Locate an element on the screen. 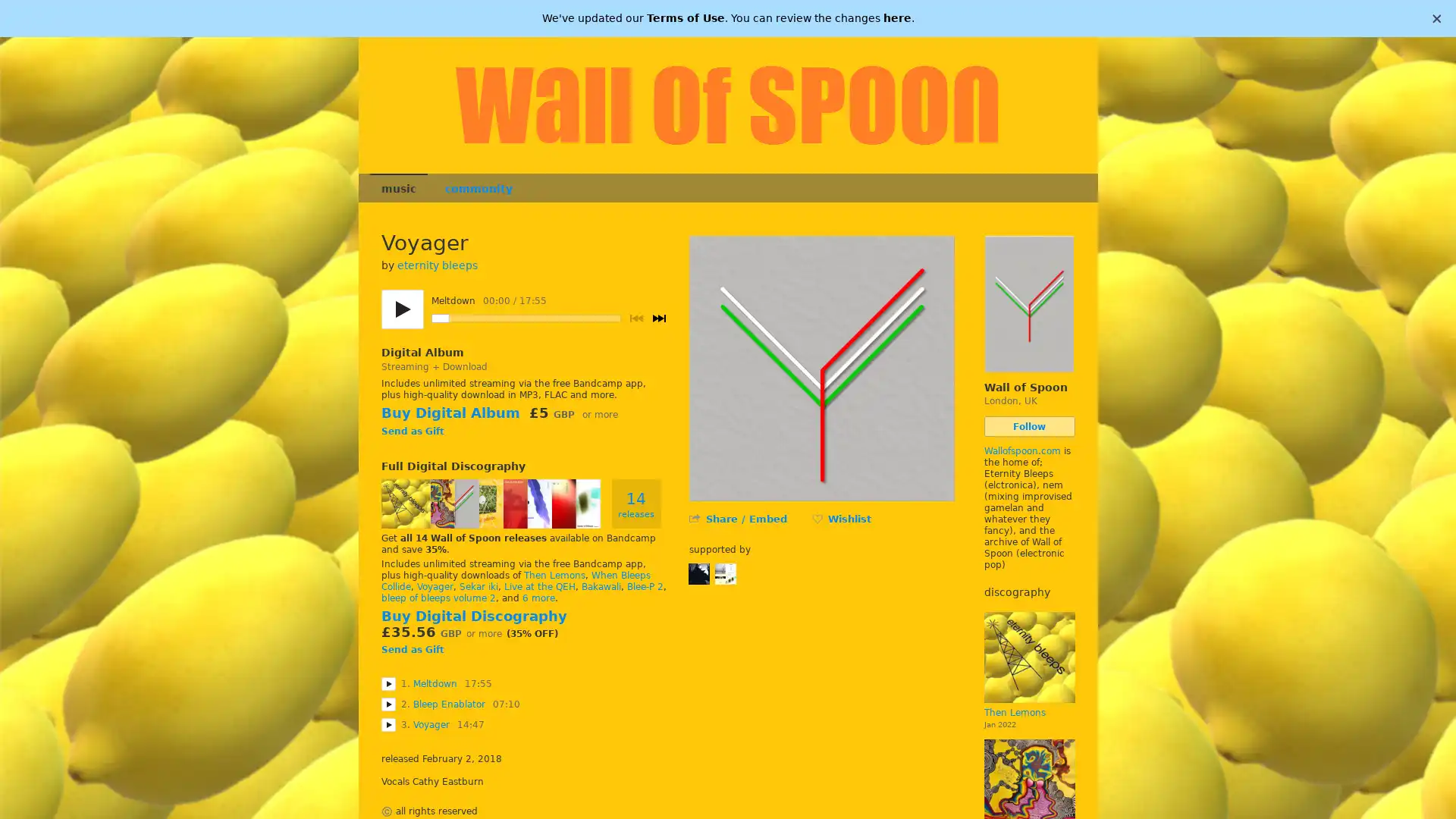 This screenshot has width=1456, height=819. Share / Embed is located at coordinates (745, 518).